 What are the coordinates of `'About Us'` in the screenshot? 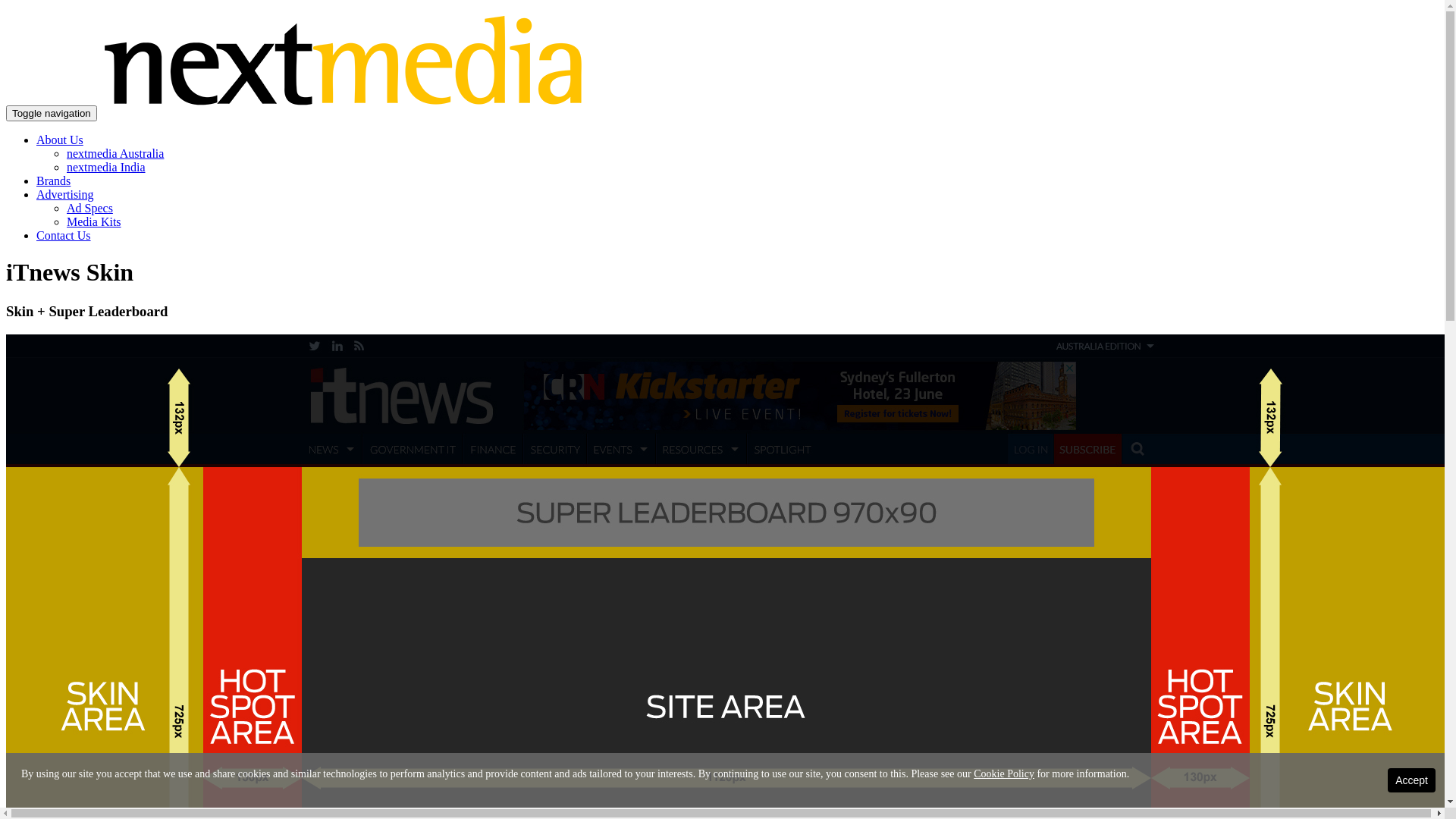 It's located at (36, 140).